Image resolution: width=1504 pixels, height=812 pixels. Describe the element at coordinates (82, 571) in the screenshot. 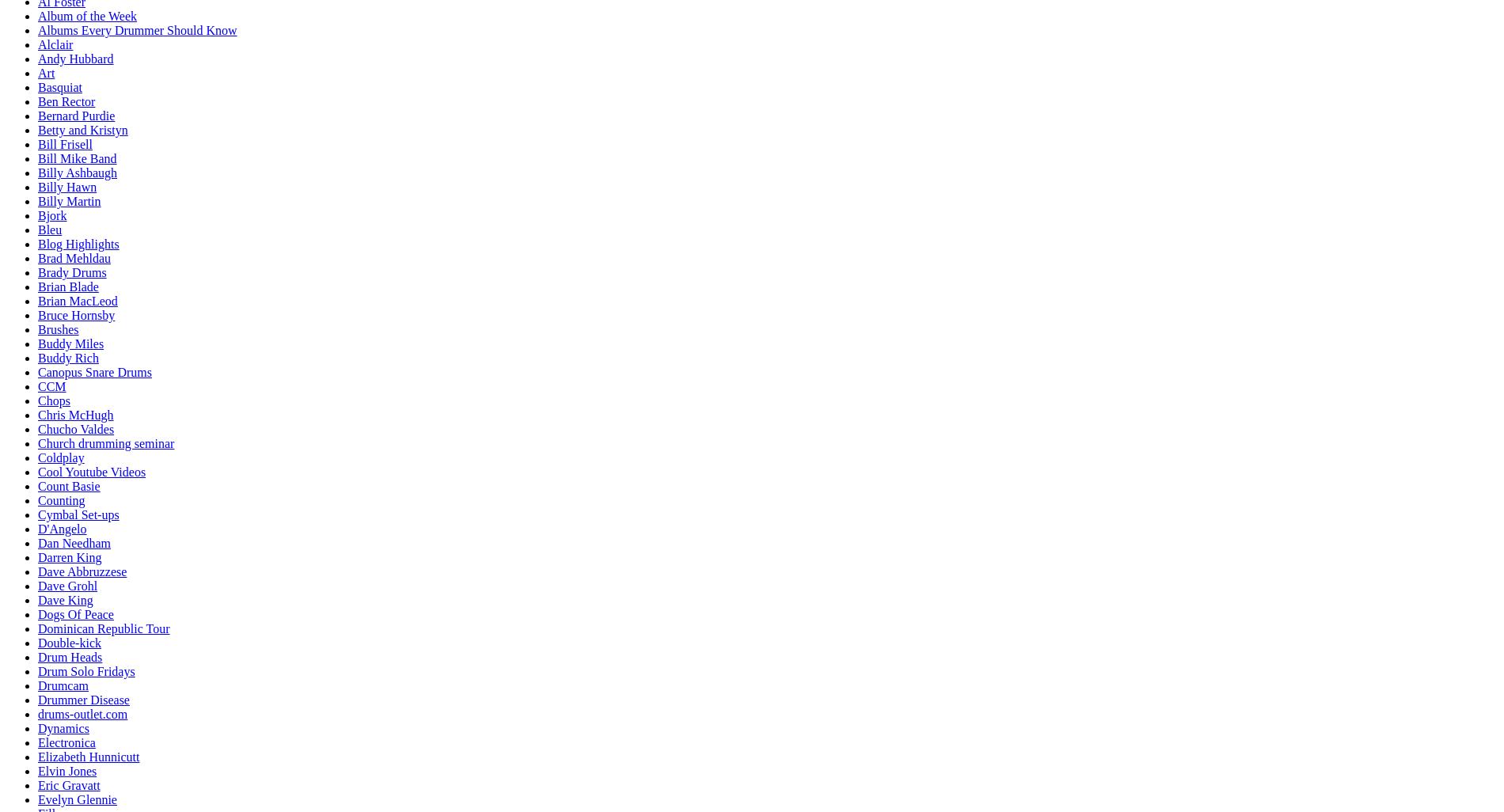

I see `'Dave Abbruzzese'` at that location.